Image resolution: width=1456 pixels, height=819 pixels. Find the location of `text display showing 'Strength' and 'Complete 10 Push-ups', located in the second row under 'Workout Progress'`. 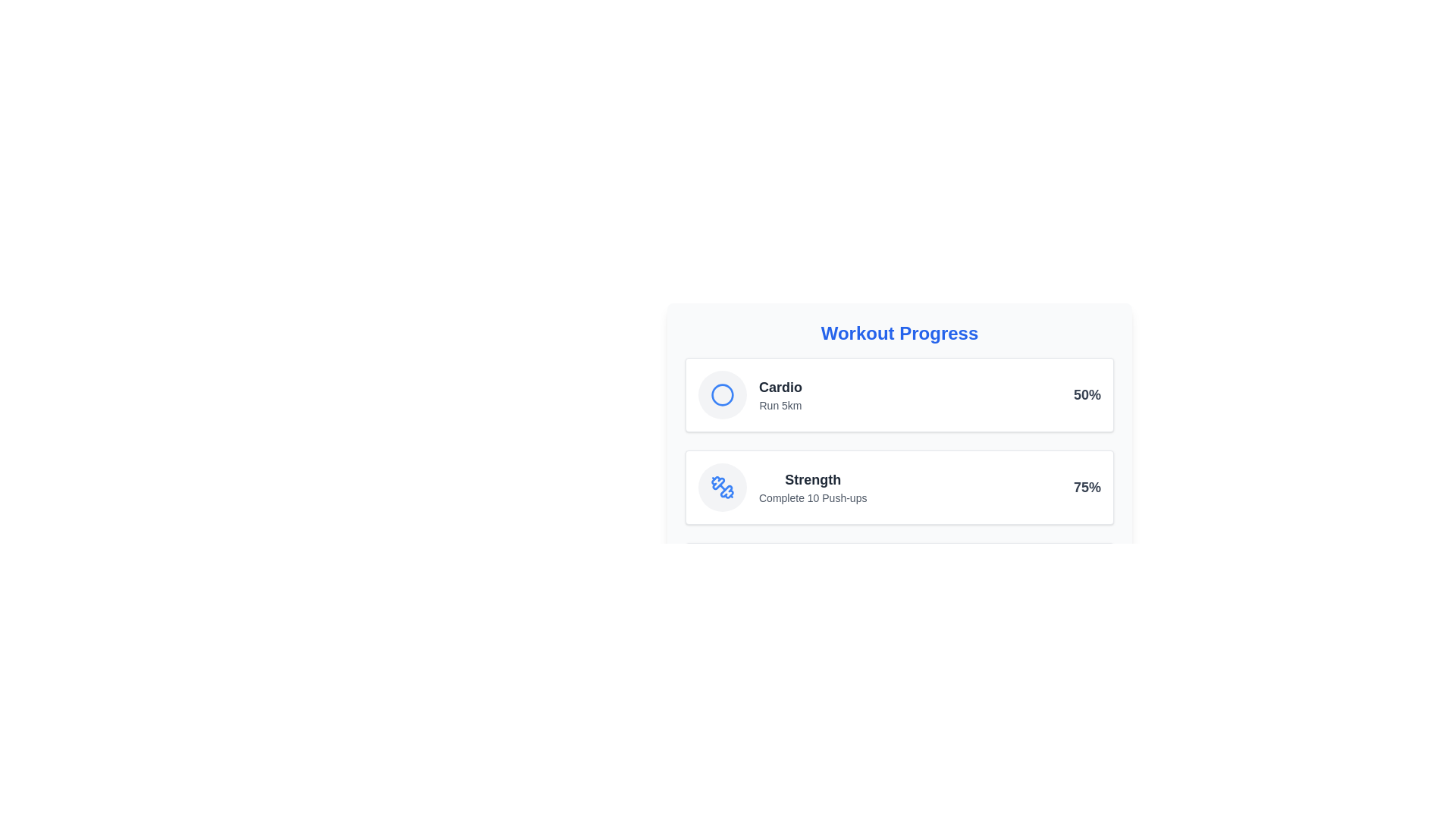

text display showing 'Strength' and 'Complete 10 Push-ups', located in the second row under 'Workout Progress' is located at coordinates (812, 488).